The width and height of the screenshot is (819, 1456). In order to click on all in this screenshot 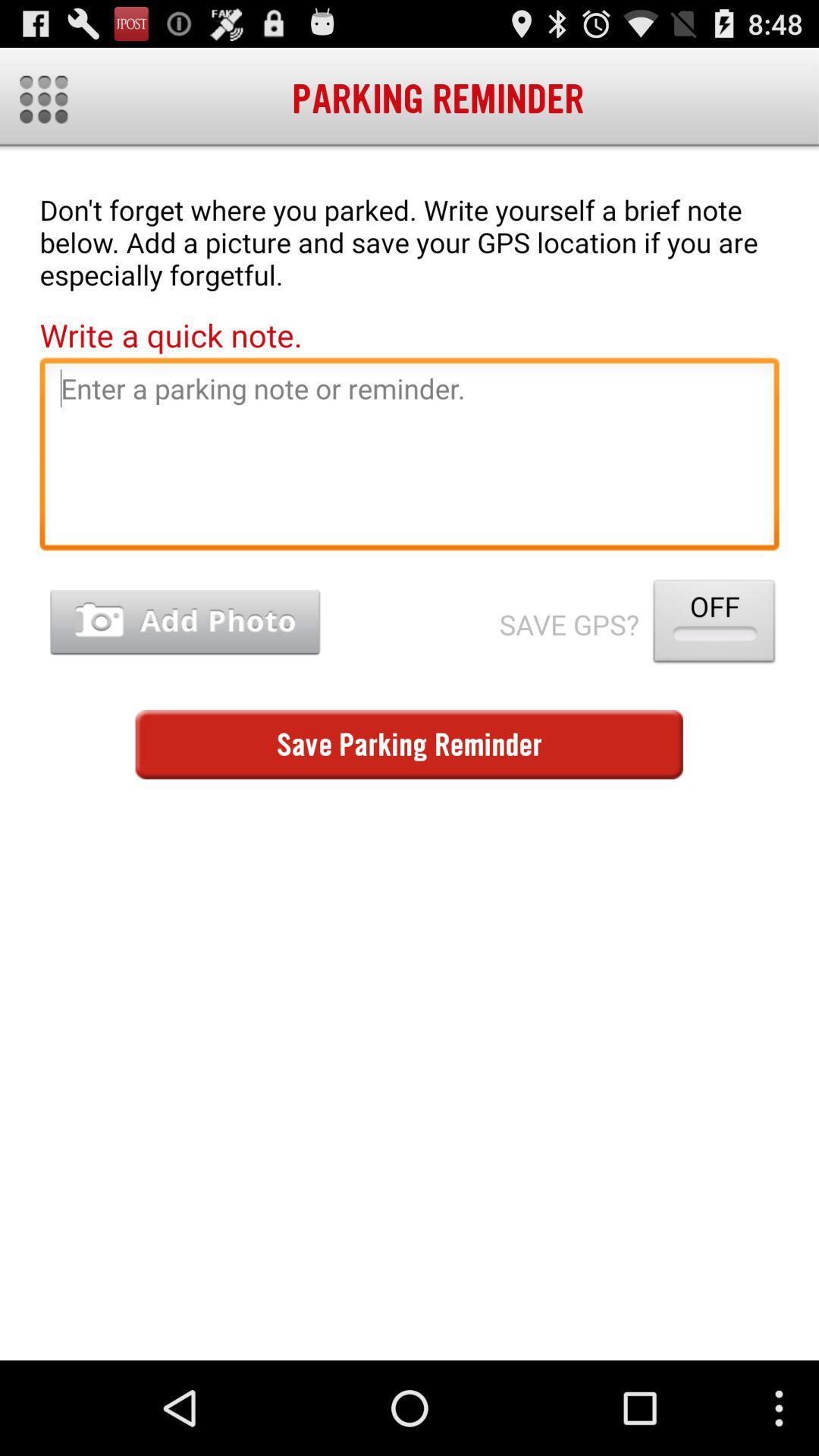, I will do `click(42, 99)`.